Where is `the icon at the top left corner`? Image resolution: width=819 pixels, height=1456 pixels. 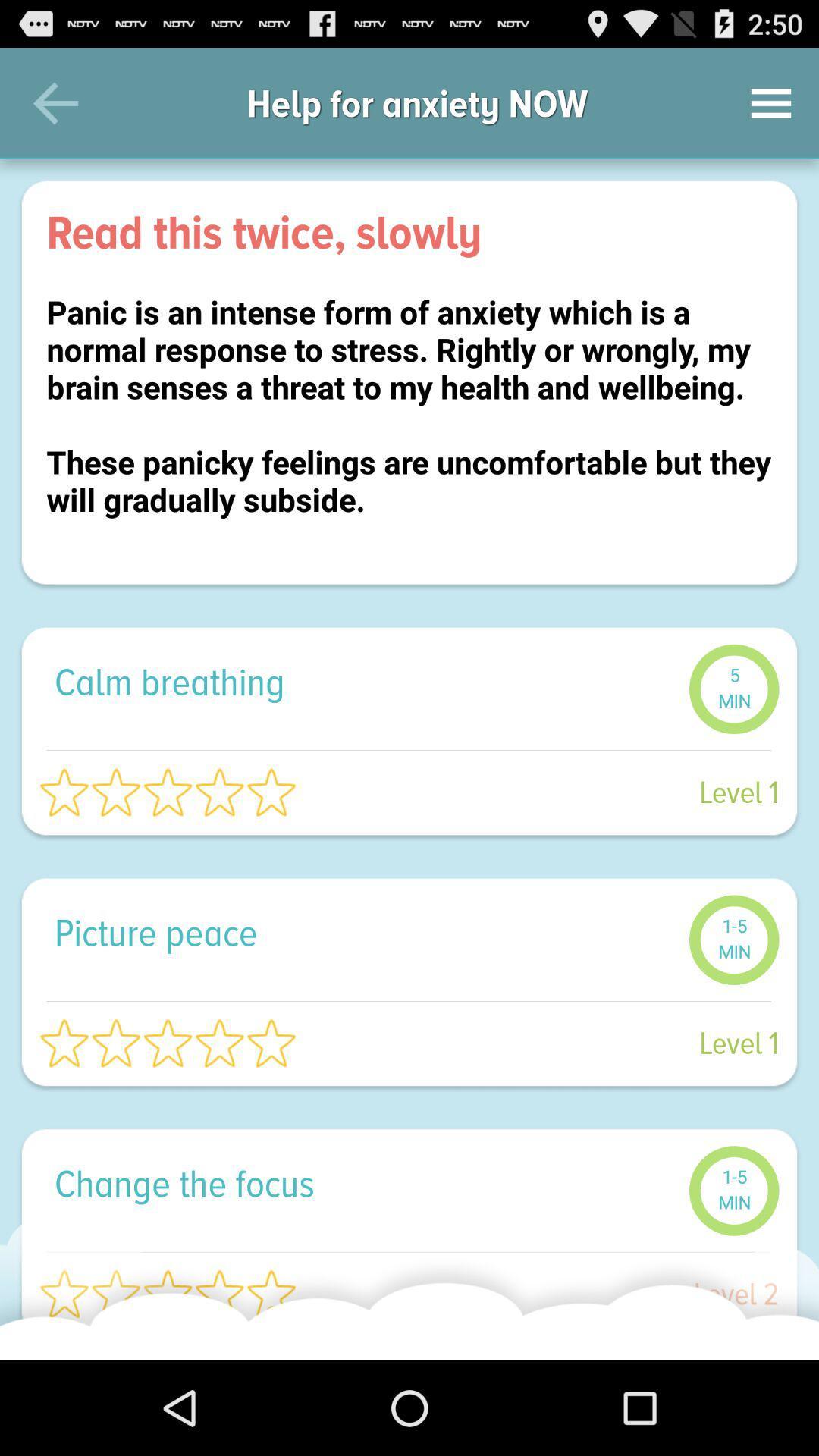 the icon at the top left corner is located at coordinates (55, 102).